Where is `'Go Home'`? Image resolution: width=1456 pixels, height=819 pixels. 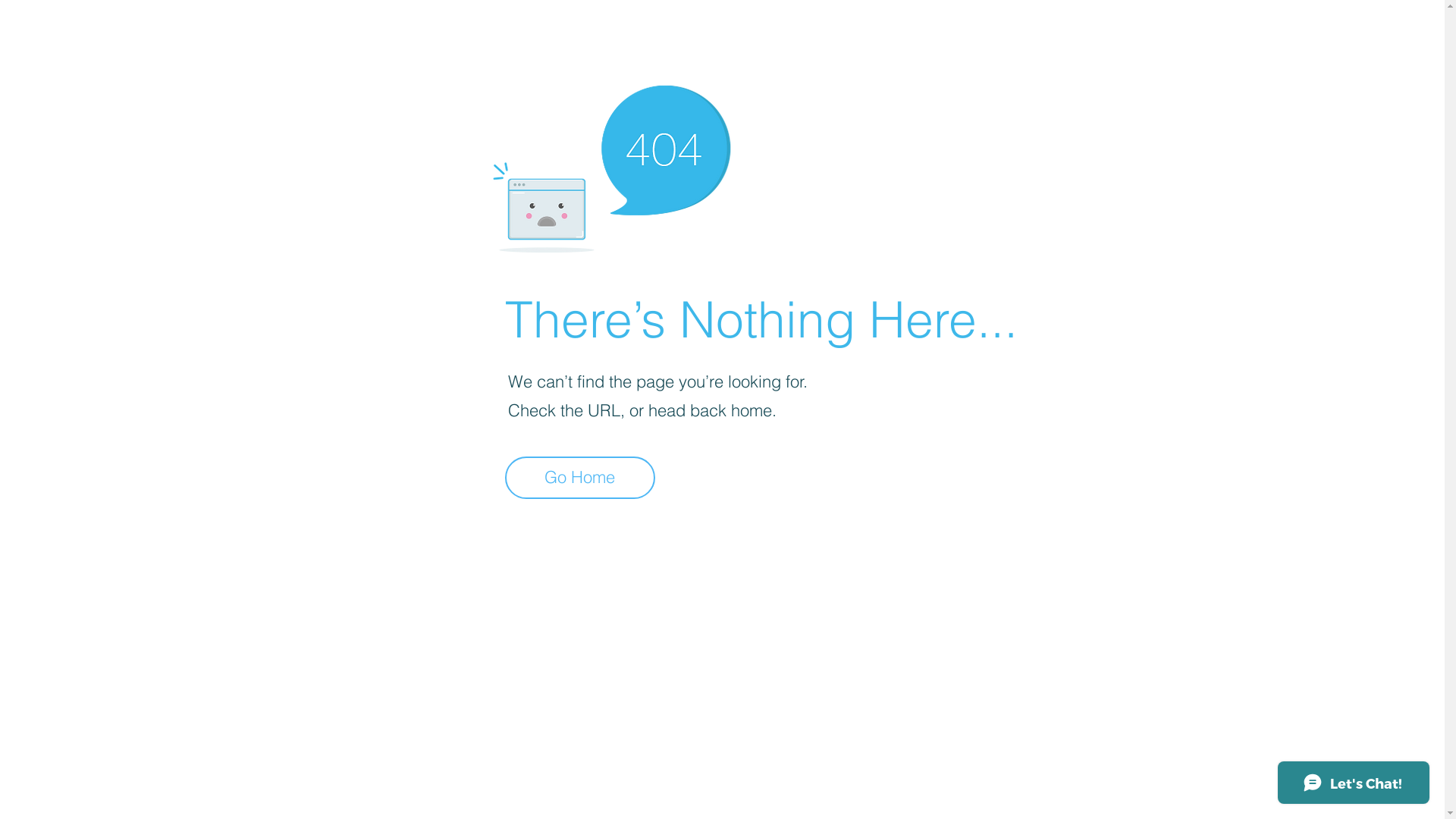 'Go Home' is located at coordinates (579, 476).